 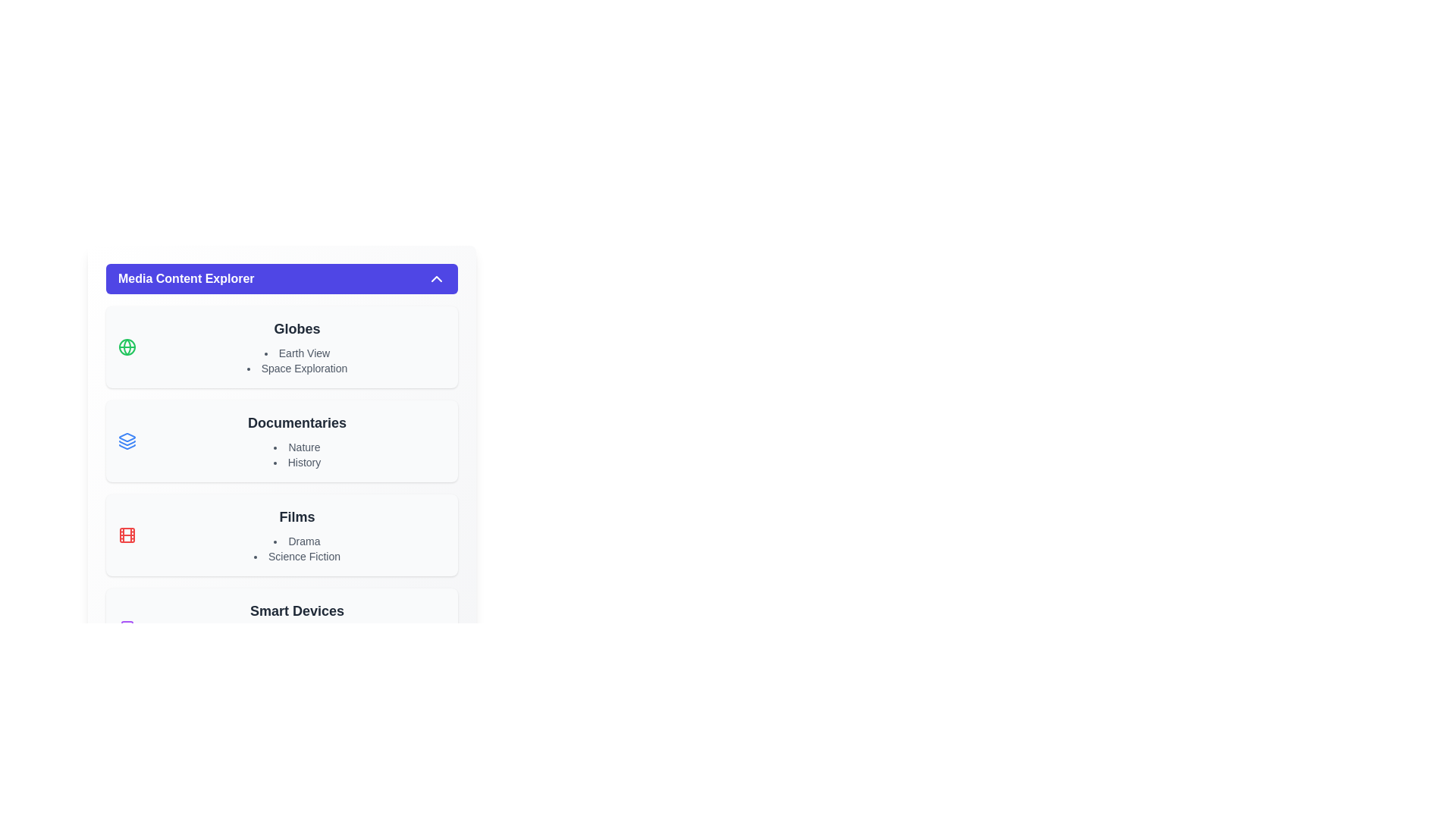 What do you see at coordinates (282, 347) in the screenshot?
I see `the first selectable category section related to 'Globes' located below the 'Media Content Explorer' heading` at bounding box center [282, 347].